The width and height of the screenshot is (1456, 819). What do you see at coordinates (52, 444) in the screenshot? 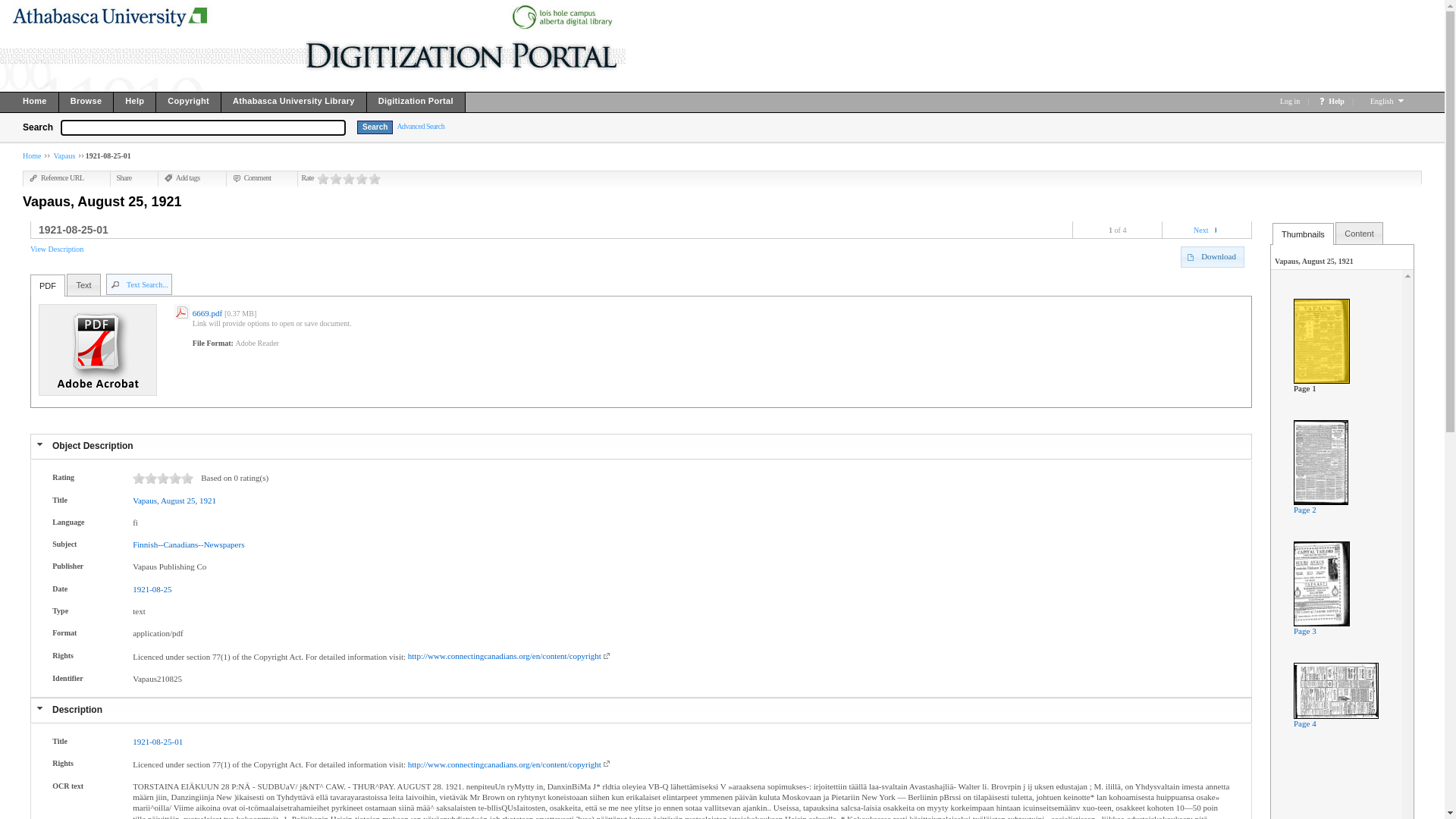
I see `'Object Description'` at bounding box center [52, 444].